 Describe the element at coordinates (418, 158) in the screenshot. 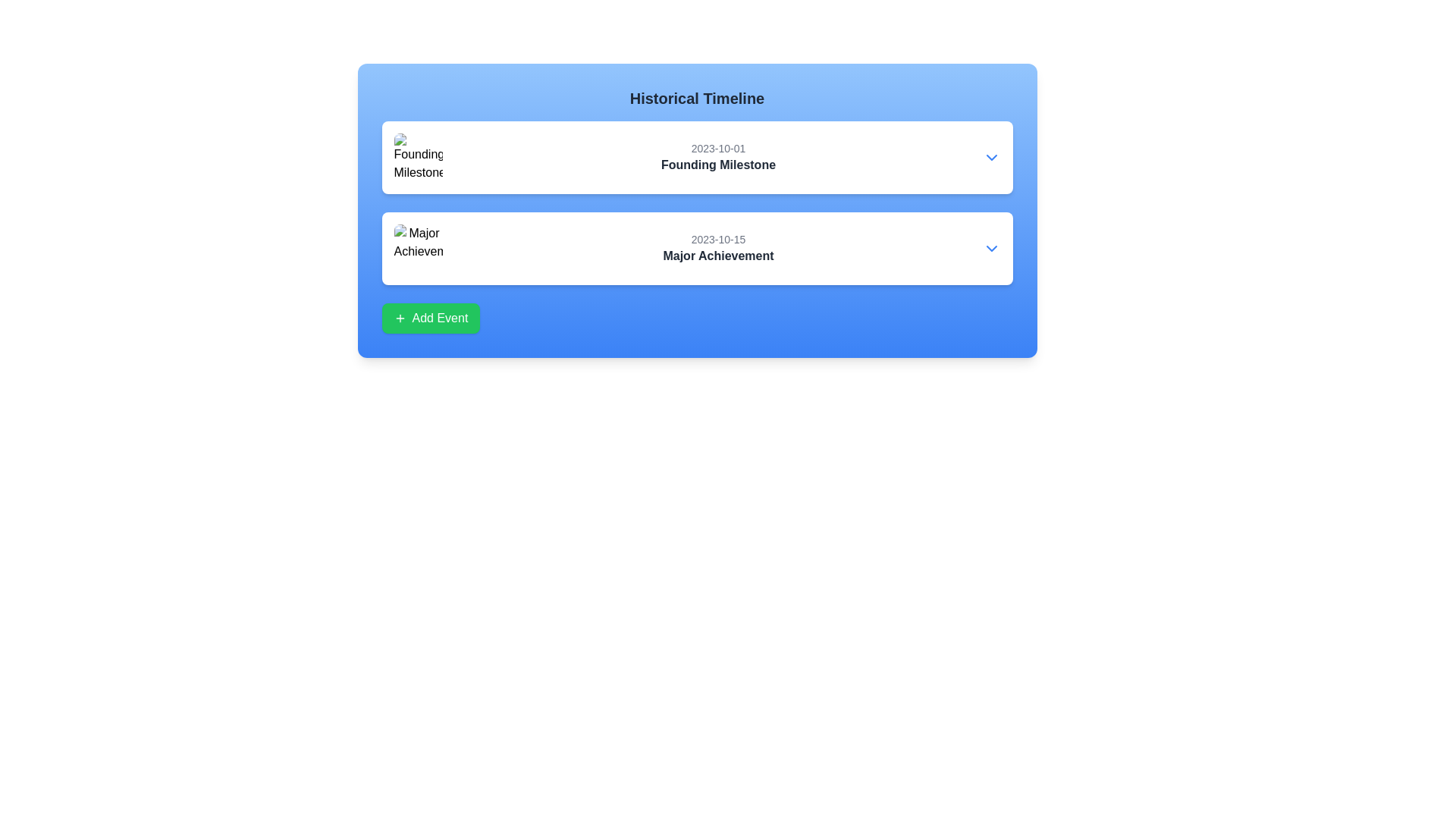

I see `the square image placeholder with rounded corners, positioned to the left of the 'Founding Milestone' heading and '2023-10-01' date, to view image options` at that location.